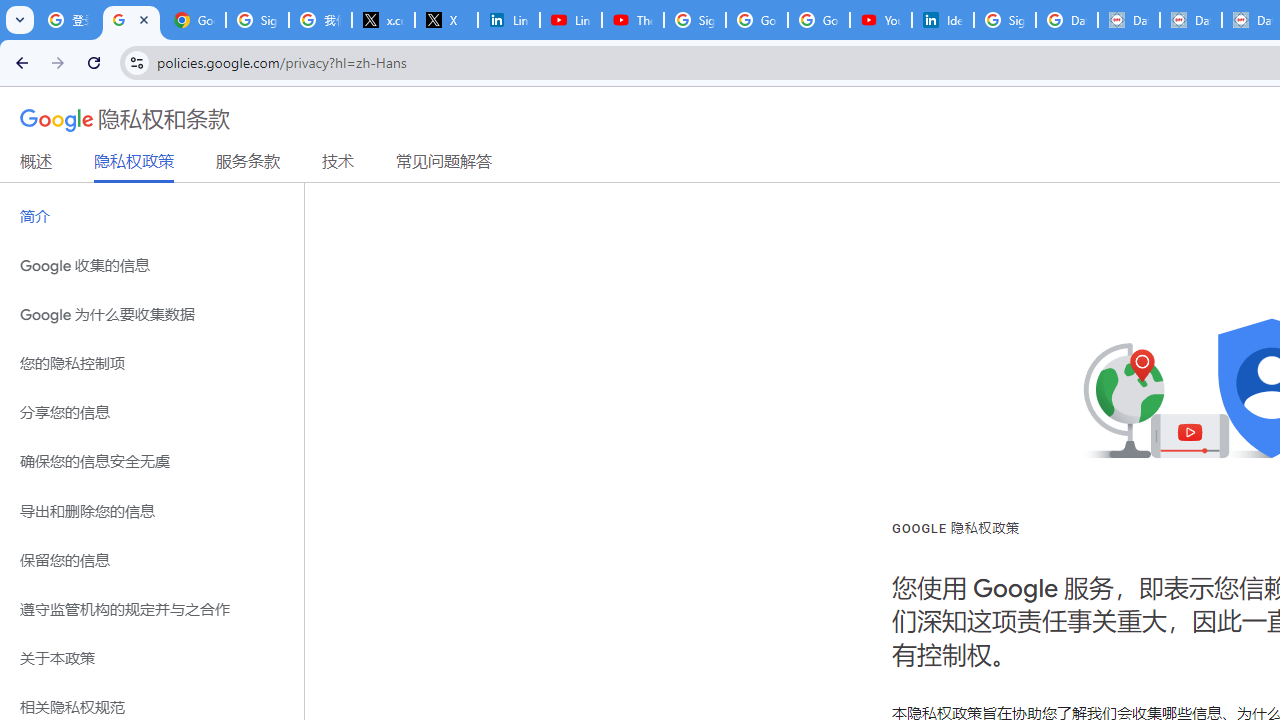 The width and height of the screenshot is (1280, 720). Describe the element at coordinates (1004, 20) in the screenshot. I see `'Sign in - Google Accounts'` at that location.